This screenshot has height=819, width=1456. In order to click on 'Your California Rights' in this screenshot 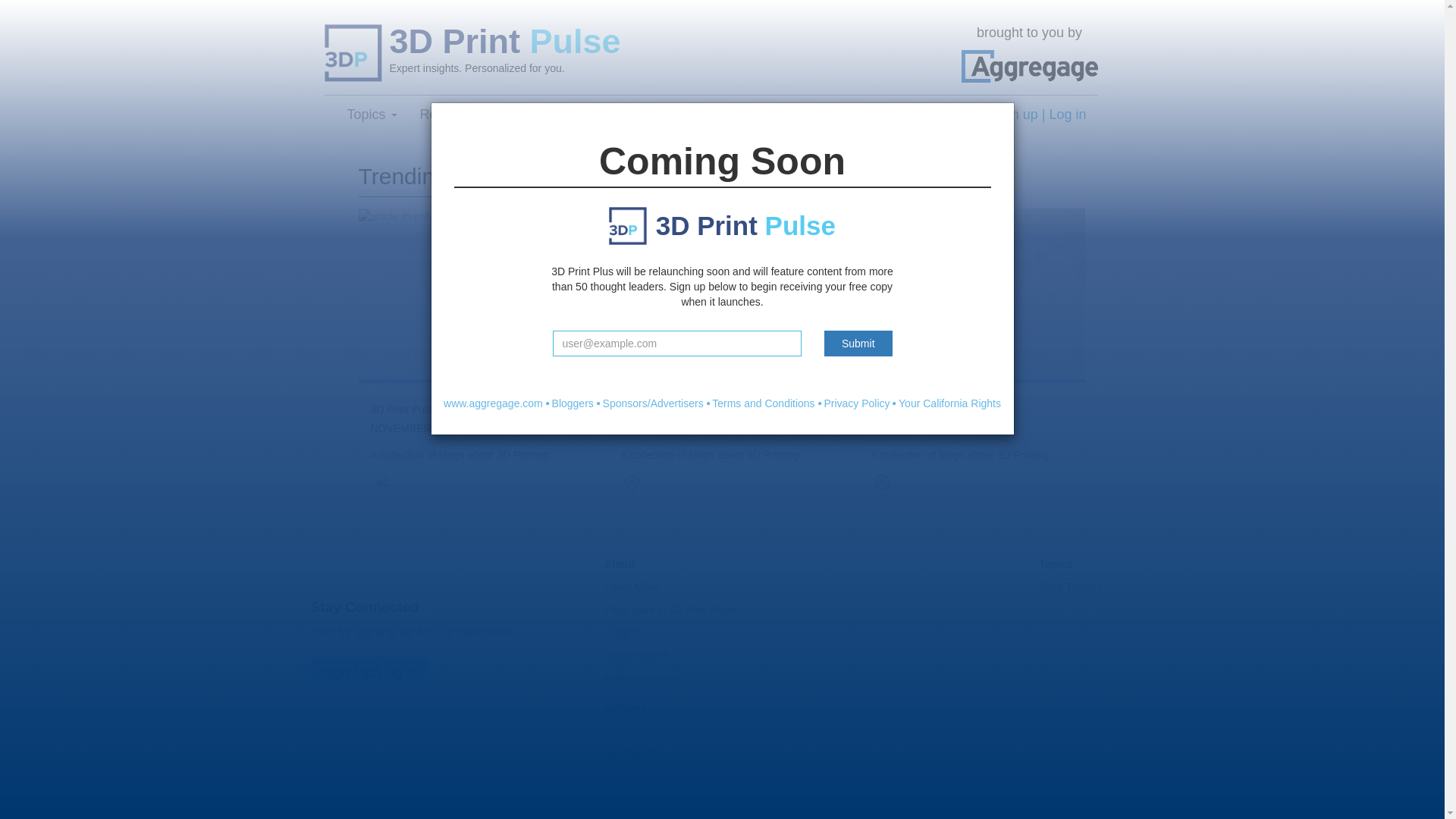, I will do `click(949, 403)`.